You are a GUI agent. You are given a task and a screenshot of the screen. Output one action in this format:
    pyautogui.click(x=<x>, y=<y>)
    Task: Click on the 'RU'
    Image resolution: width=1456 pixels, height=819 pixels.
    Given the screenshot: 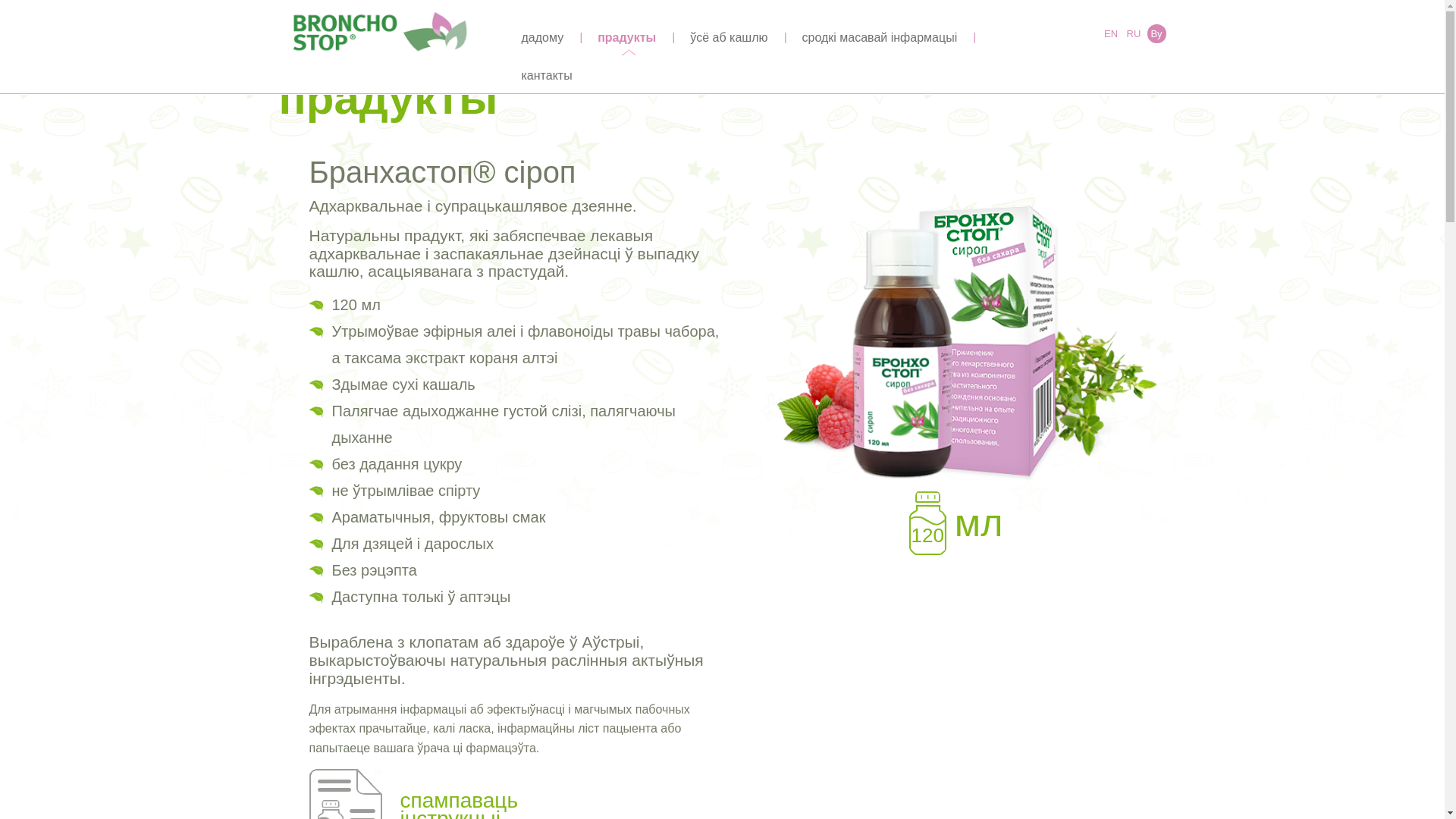 What is the action you would take?
    pyautogui.click(x=1133, y=33)
    